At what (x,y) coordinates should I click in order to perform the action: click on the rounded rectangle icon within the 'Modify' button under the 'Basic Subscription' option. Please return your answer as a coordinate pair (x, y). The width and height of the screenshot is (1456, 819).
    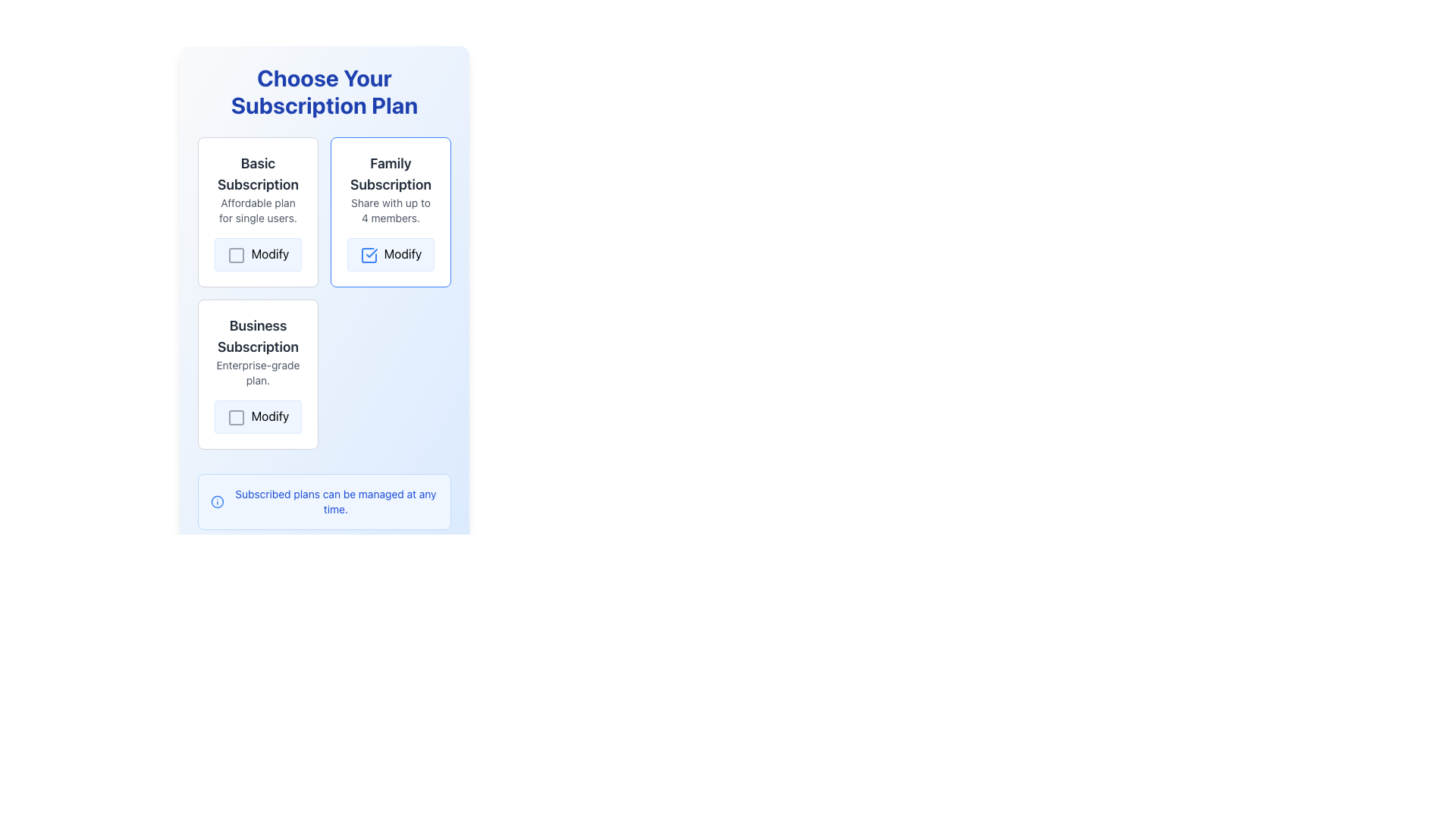
    Looking at the image, I should click on (235, 254).